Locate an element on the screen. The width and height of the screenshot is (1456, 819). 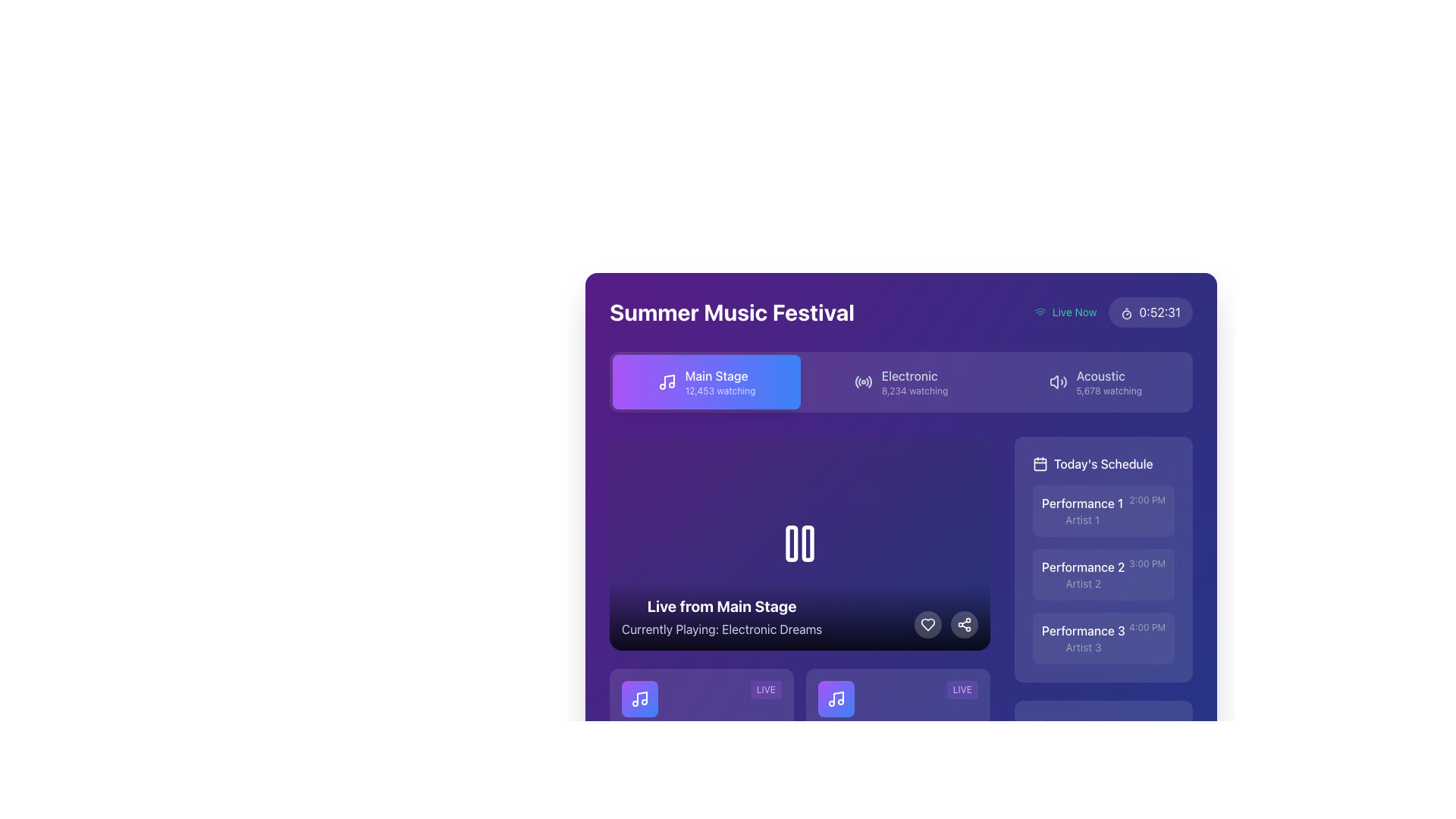
the text label displaying '4:00 PM' in light gray color located at the bottom right corner of the 'Today's Schedule' column, adjacent to 'Artist 3' is located at coordinates (1147, 628).